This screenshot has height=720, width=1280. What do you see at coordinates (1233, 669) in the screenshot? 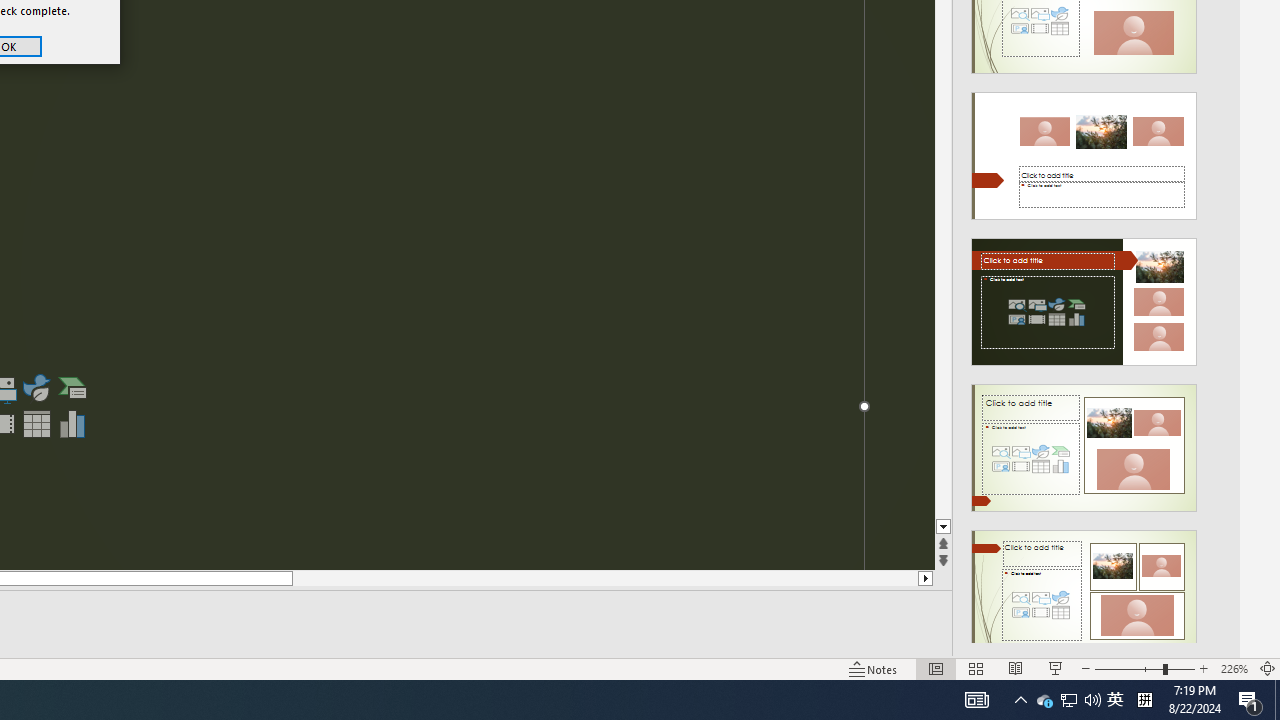
I see `'Zoom 226%'` at bounding box center [1233, 669].